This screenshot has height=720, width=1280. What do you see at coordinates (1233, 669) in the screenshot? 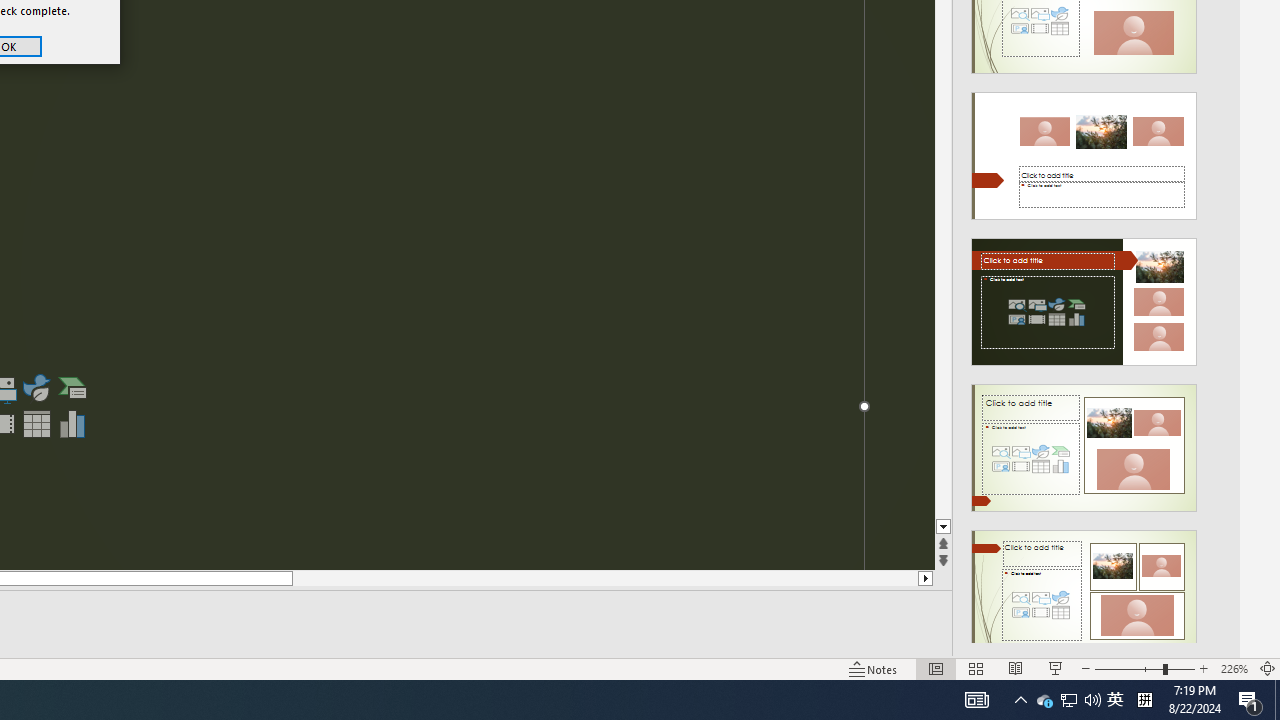
I see `'Zoom 226%'` at bounding box center [1233, 669].